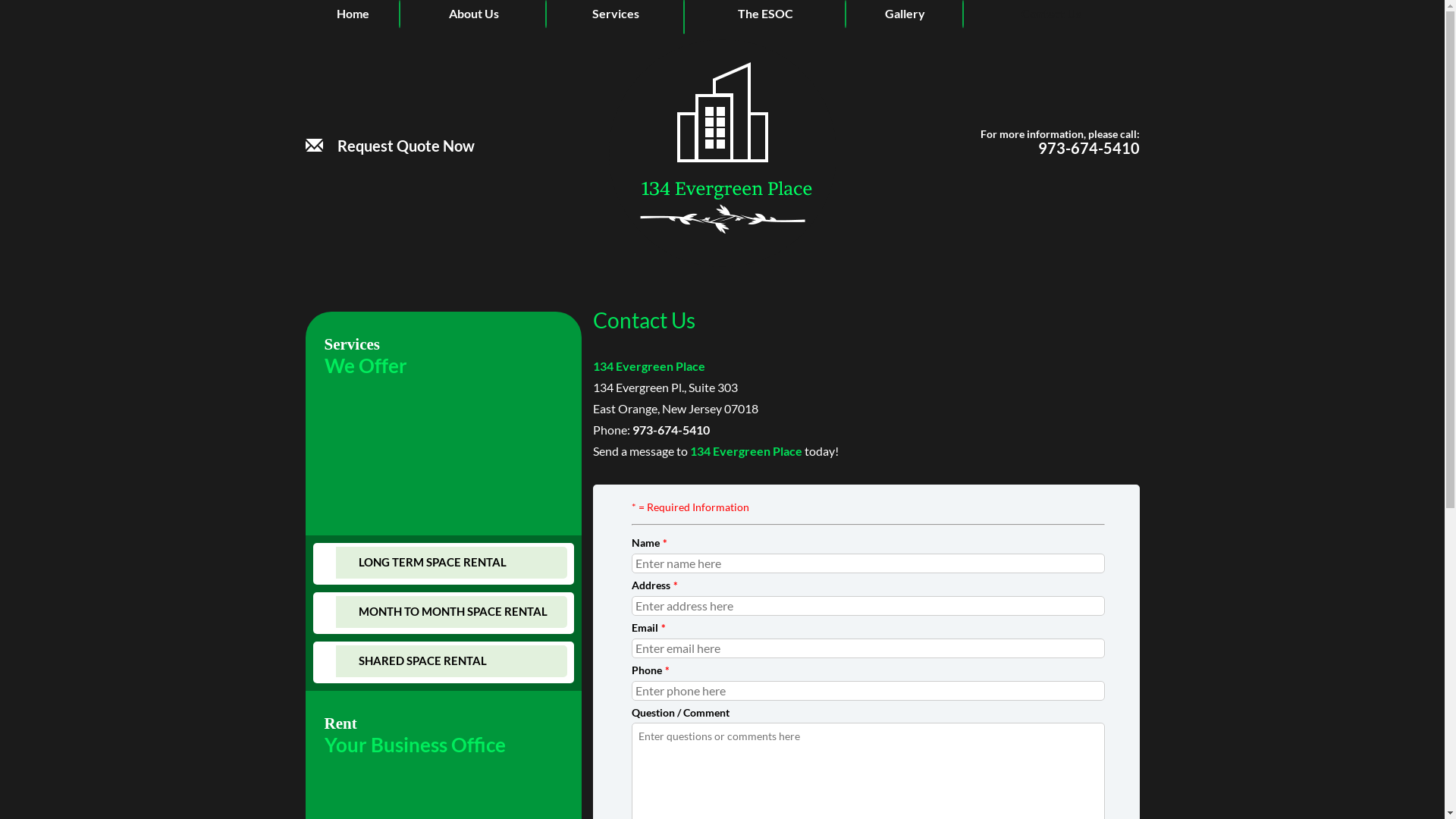  What do you see at coordinates (352, 13) in the screenshot?
I see `'Home'` at bounding box center [352, 13].